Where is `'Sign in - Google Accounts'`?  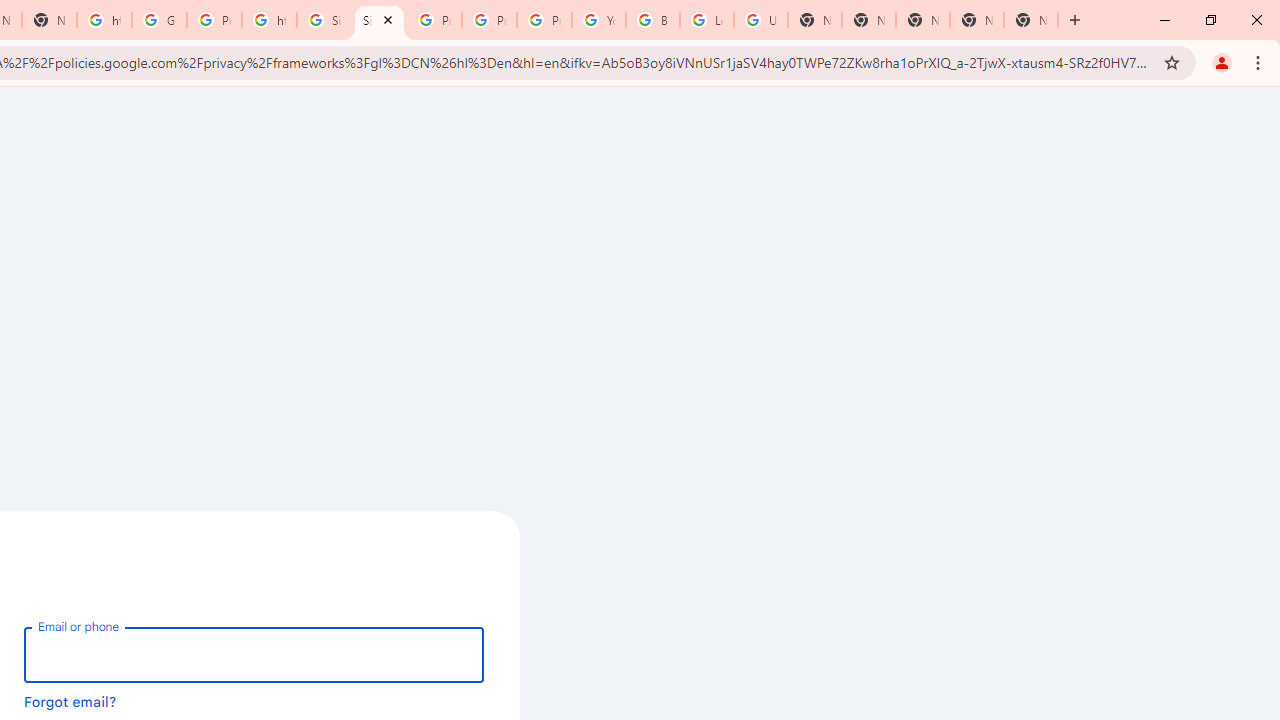 'Sign in - Google Accounts' is located at coordinates (379, 20).